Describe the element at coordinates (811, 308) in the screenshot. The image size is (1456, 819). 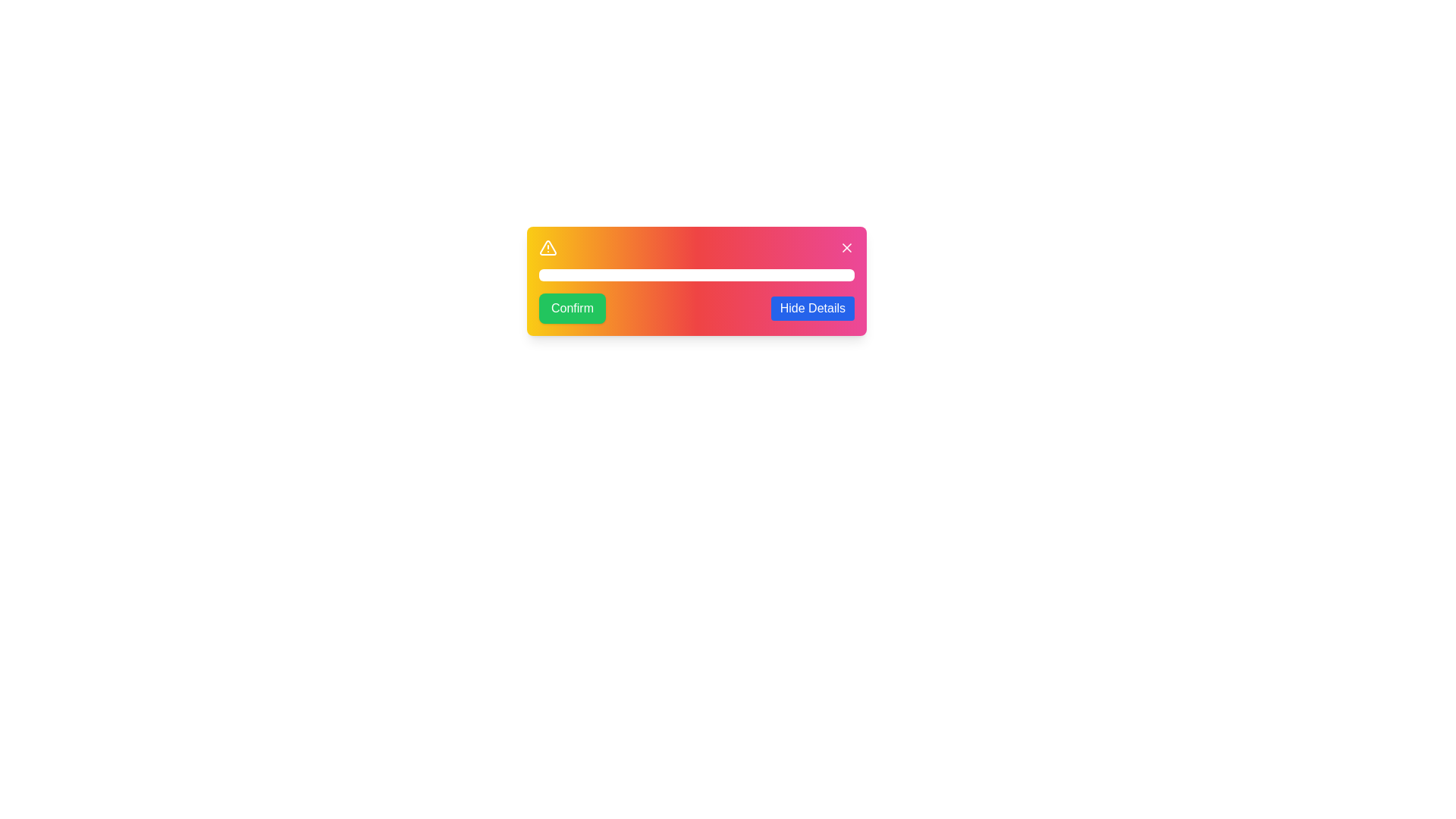
I see `the button that hides additional details, located in the bottom right of the content area` at that location.